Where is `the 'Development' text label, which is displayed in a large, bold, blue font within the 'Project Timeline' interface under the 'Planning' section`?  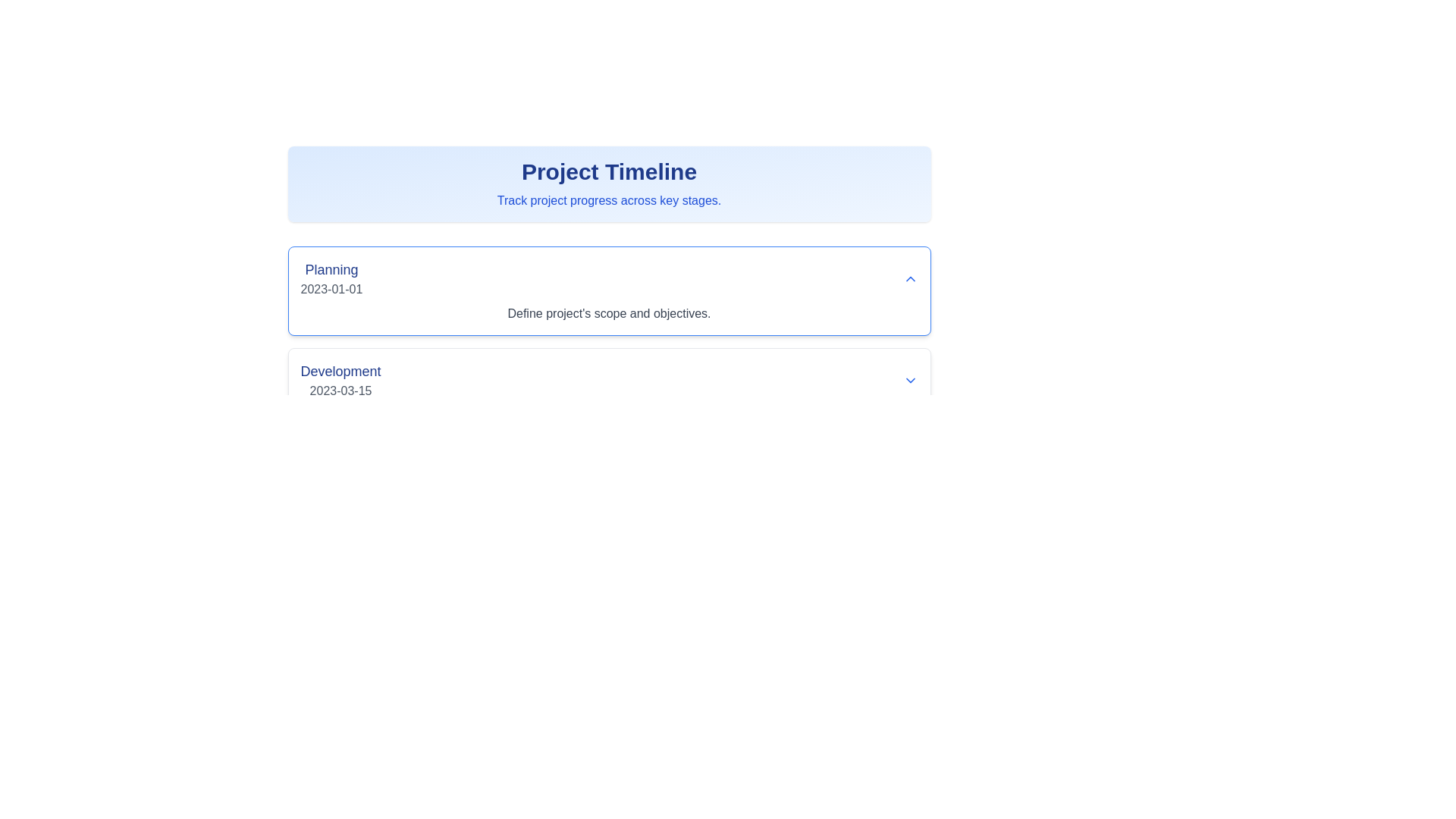
the 'Development' text label, which is displayed in a large, bold, blue font within the 'Project Timeline' interface under the 'Planning' section is located at coordinates (340, 371).